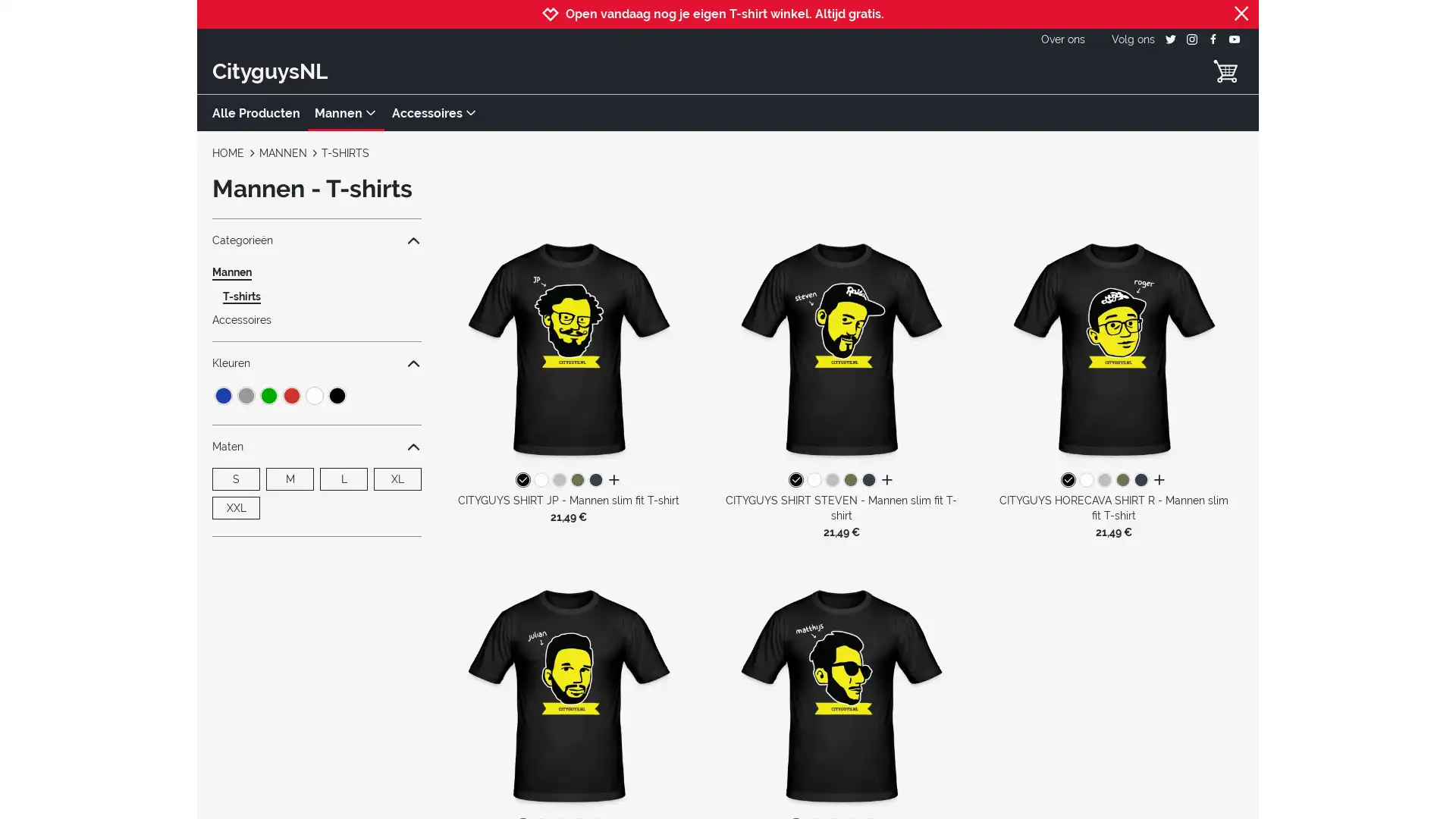 The width and height of the screenshot is (1456, 819). Describe the element at coordinates (839, 693) in the screenshot. I see `CITYGUYS SHIRT MATTHIJS - Mannen slim fit T-shirt` at that location.